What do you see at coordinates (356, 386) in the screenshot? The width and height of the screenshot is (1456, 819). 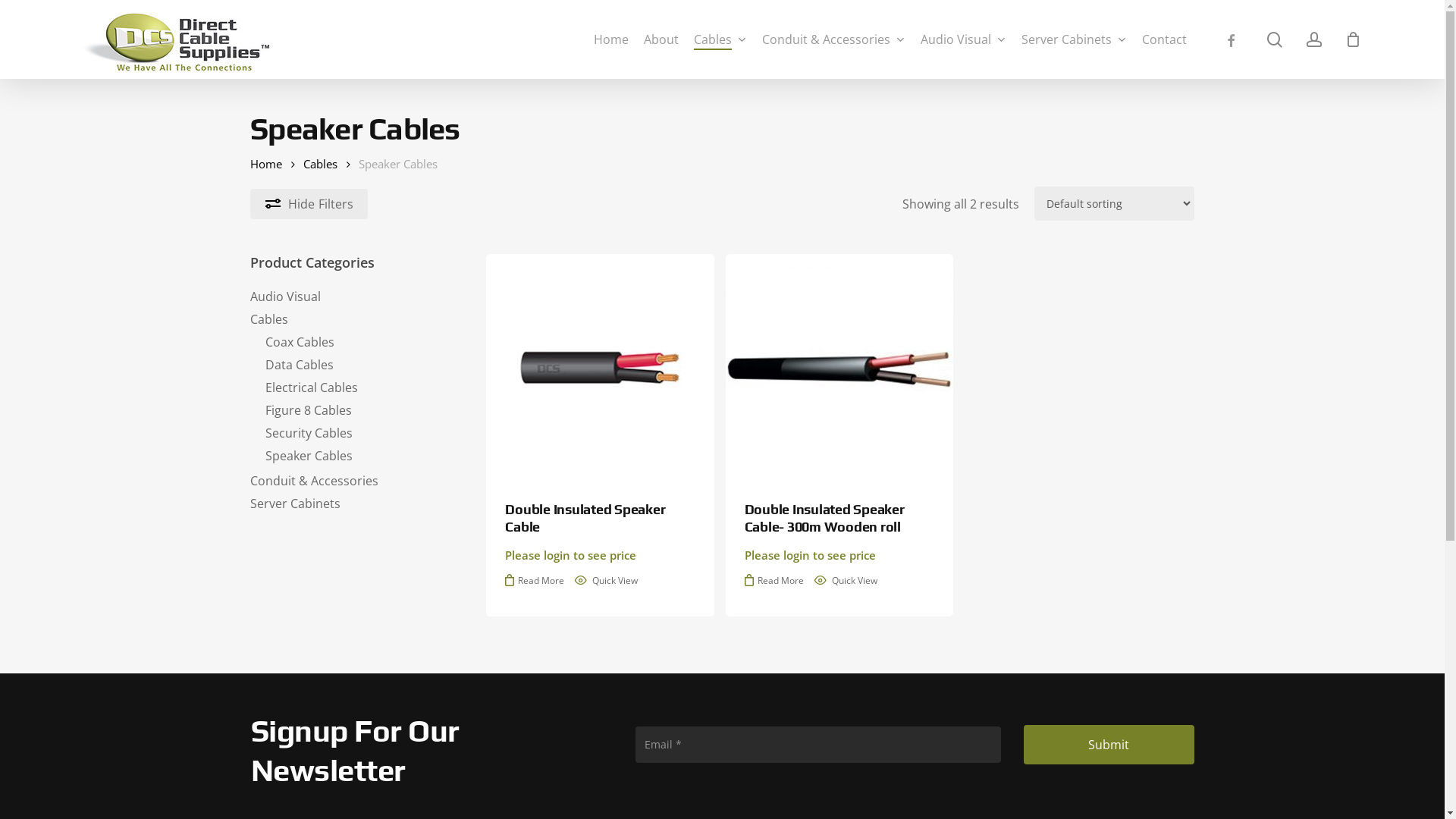 I see `'Electrical Cables'` at bounding box center [356, 386].